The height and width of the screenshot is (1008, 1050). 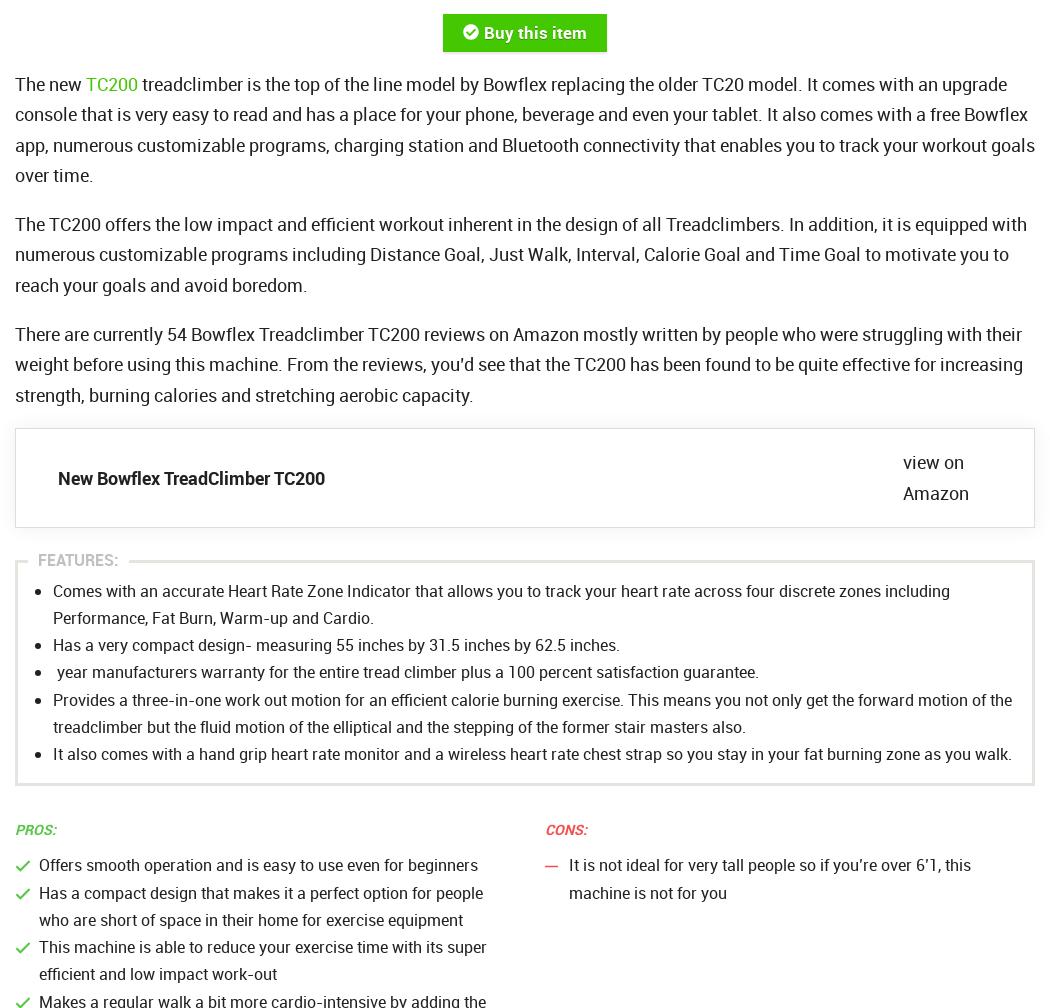 What do you see at coordinates (49, 82) in the screenshot?
I see `'The new'` at bounding box center [49, 82].